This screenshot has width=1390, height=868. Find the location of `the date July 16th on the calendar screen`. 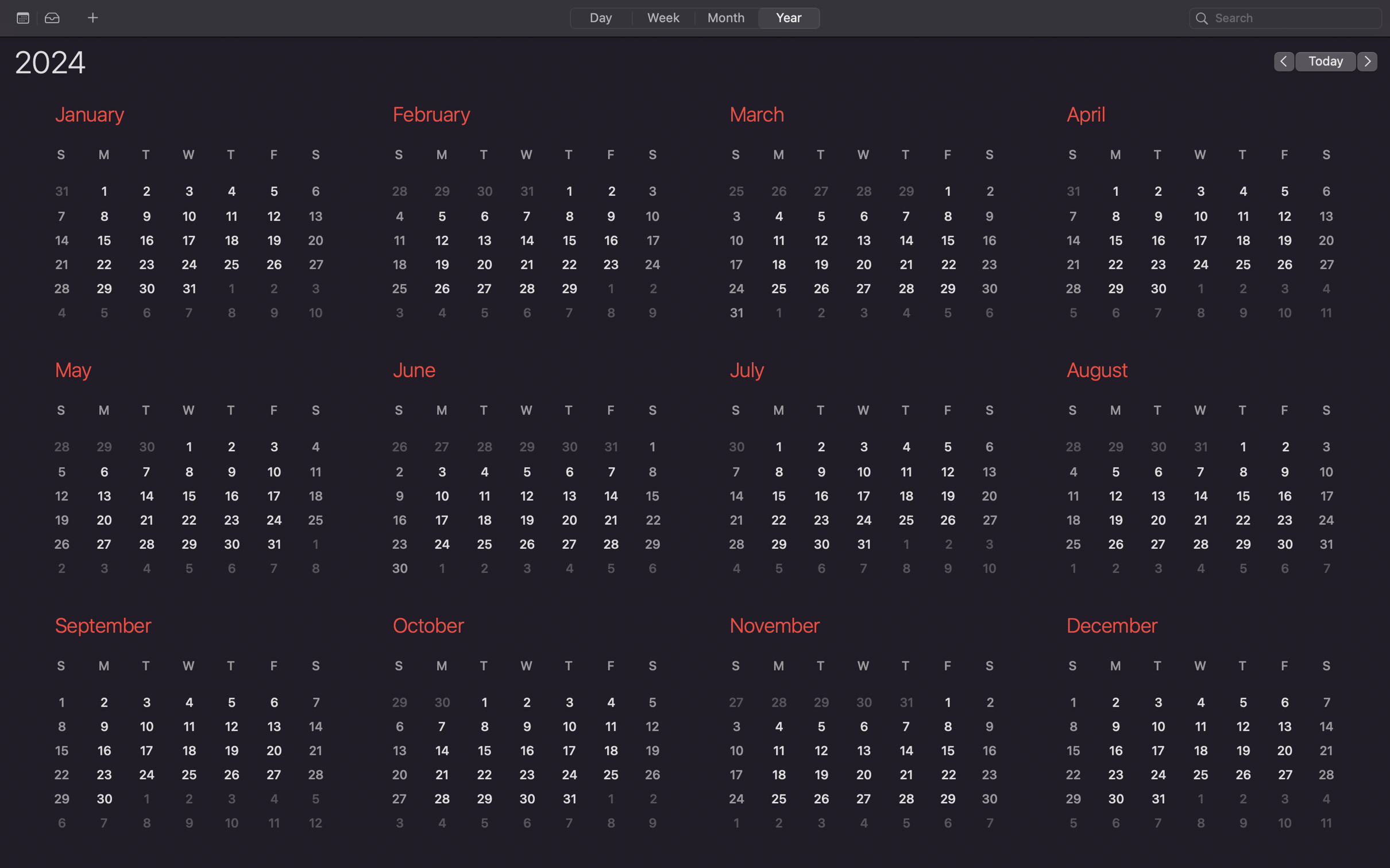

the date July 16th on the calendar screen is located at coordinates (824, 497).